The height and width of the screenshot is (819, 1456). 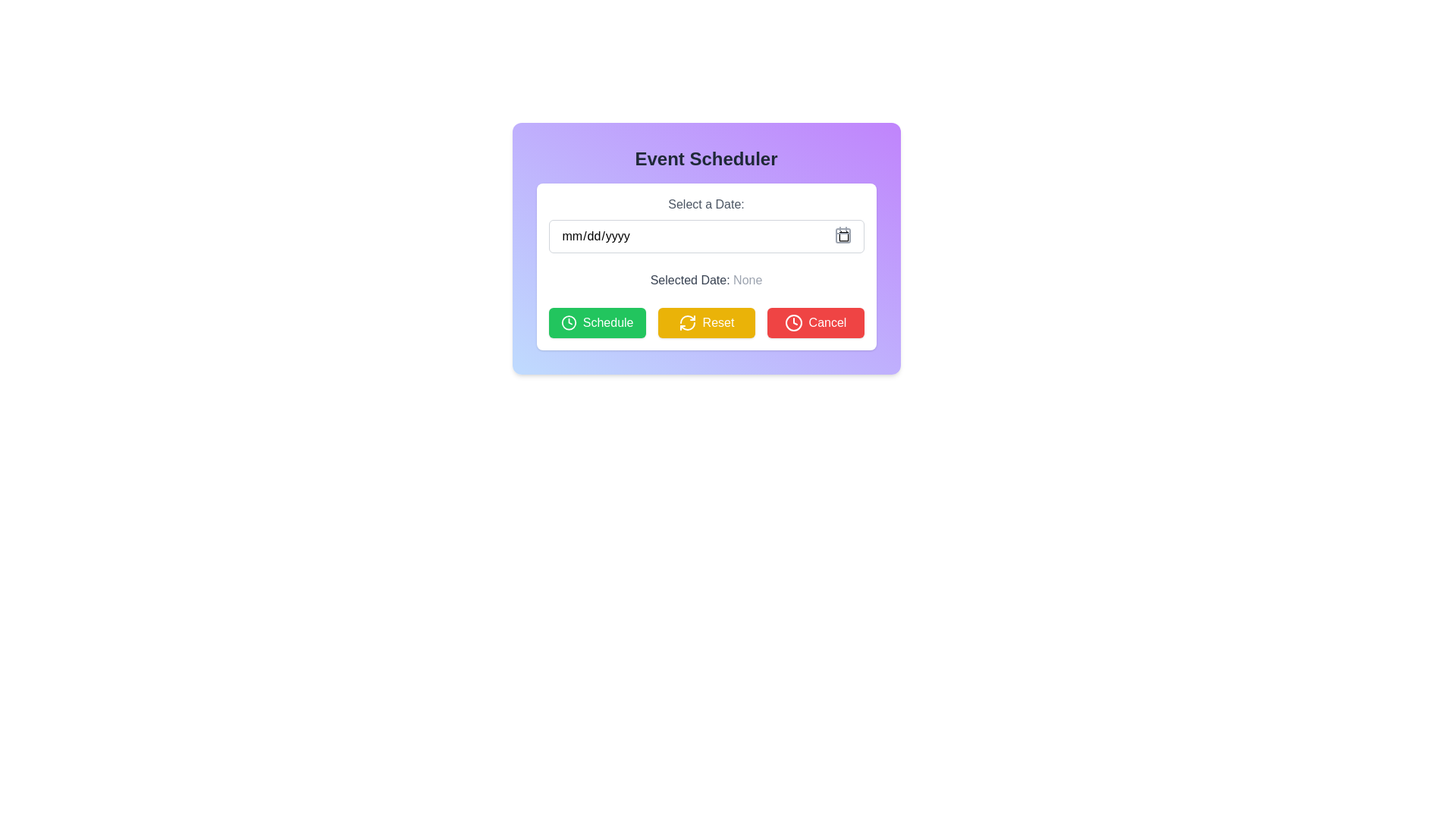 What do you see at coordinates (792, 322) in the screenshot?
I see `the SVG circle element that enhances the clock icon in the top-right corner of the 'Select a Date' field` at bounding box center [792, 322].